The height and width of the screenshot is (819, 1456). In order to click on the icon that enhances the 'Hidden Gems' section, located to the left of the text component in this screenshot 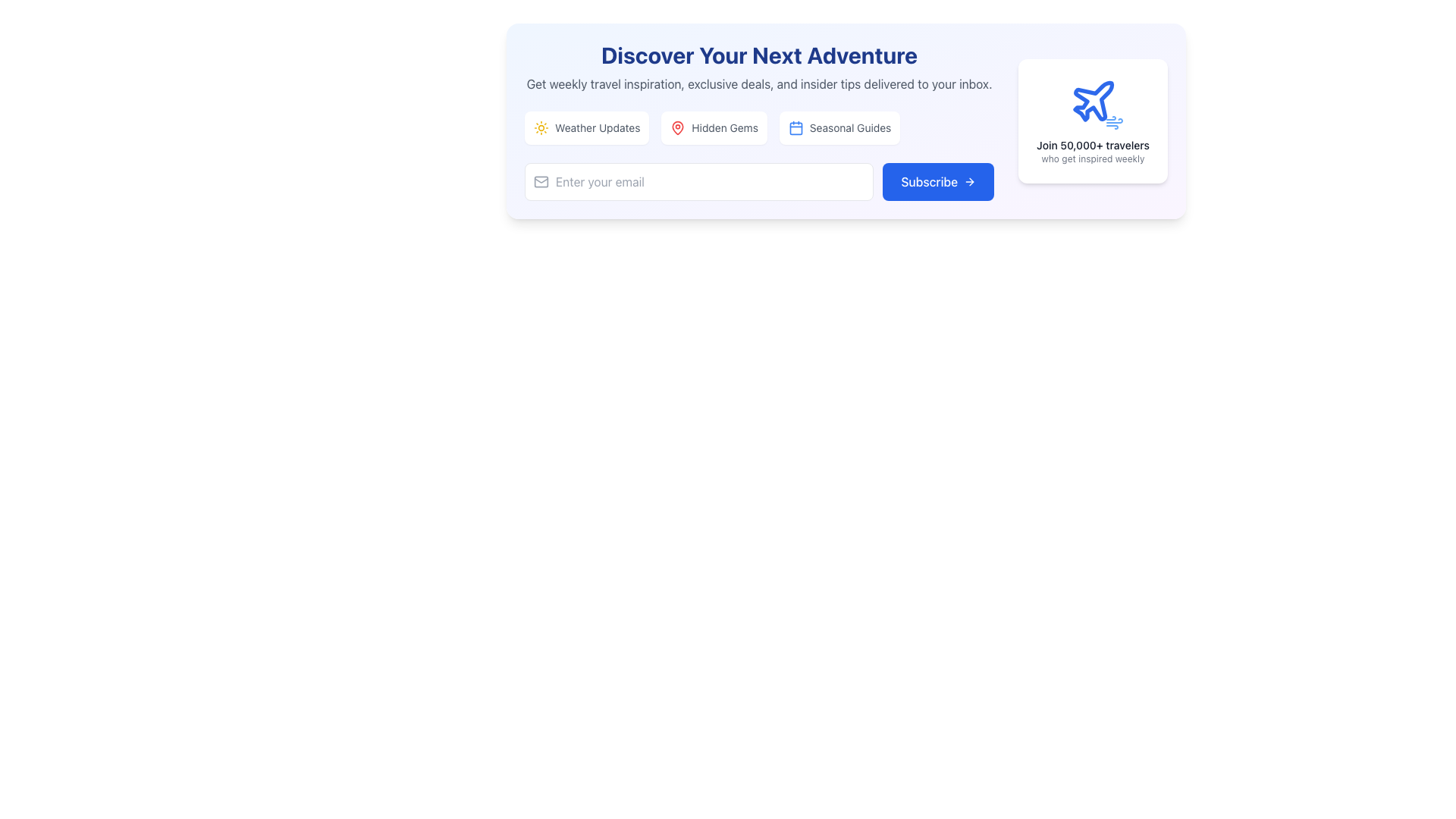, I will do `click(677, 127)`.